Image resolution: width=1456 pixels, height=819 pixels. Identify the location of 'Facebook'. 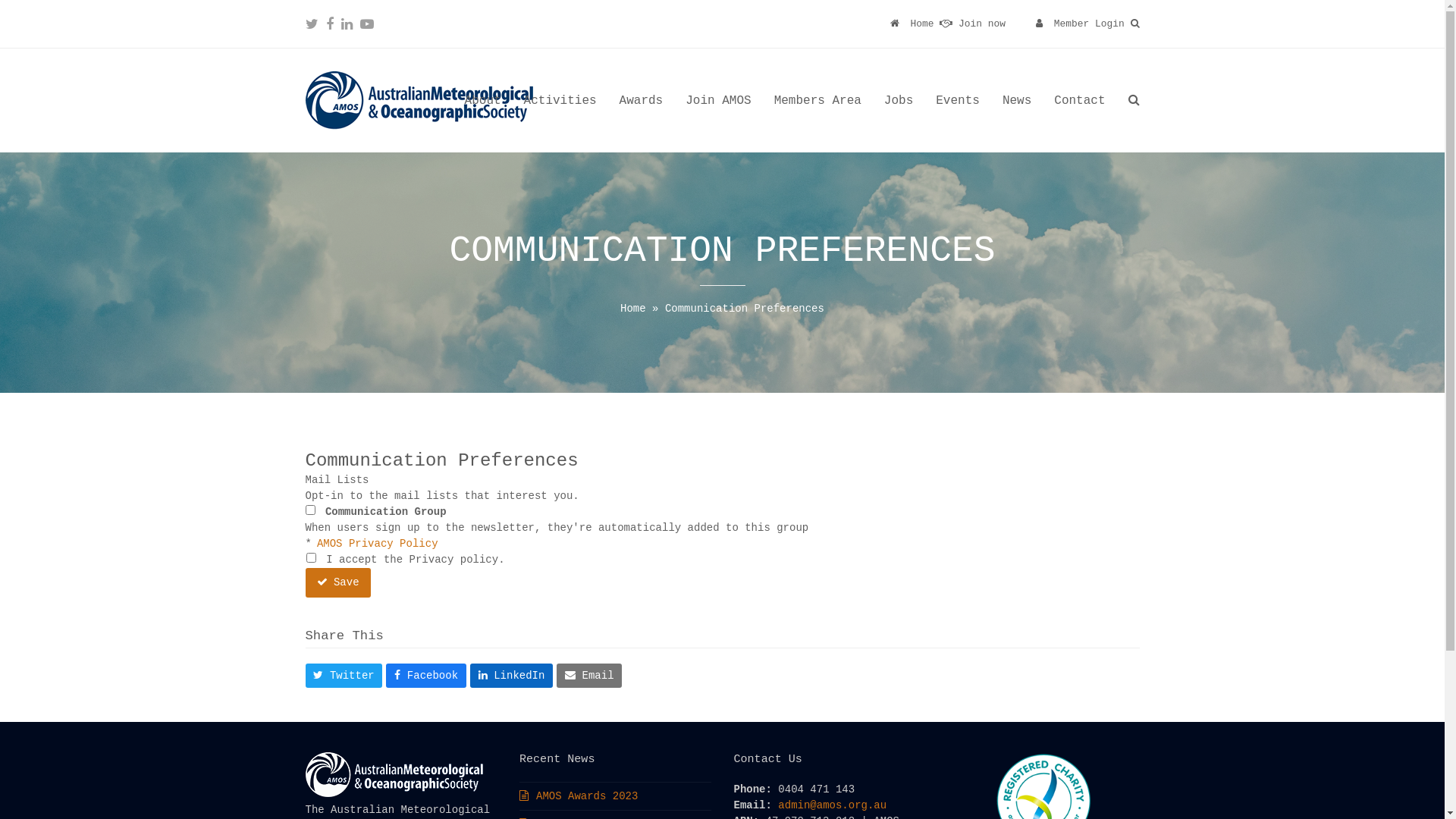
(325, 24).